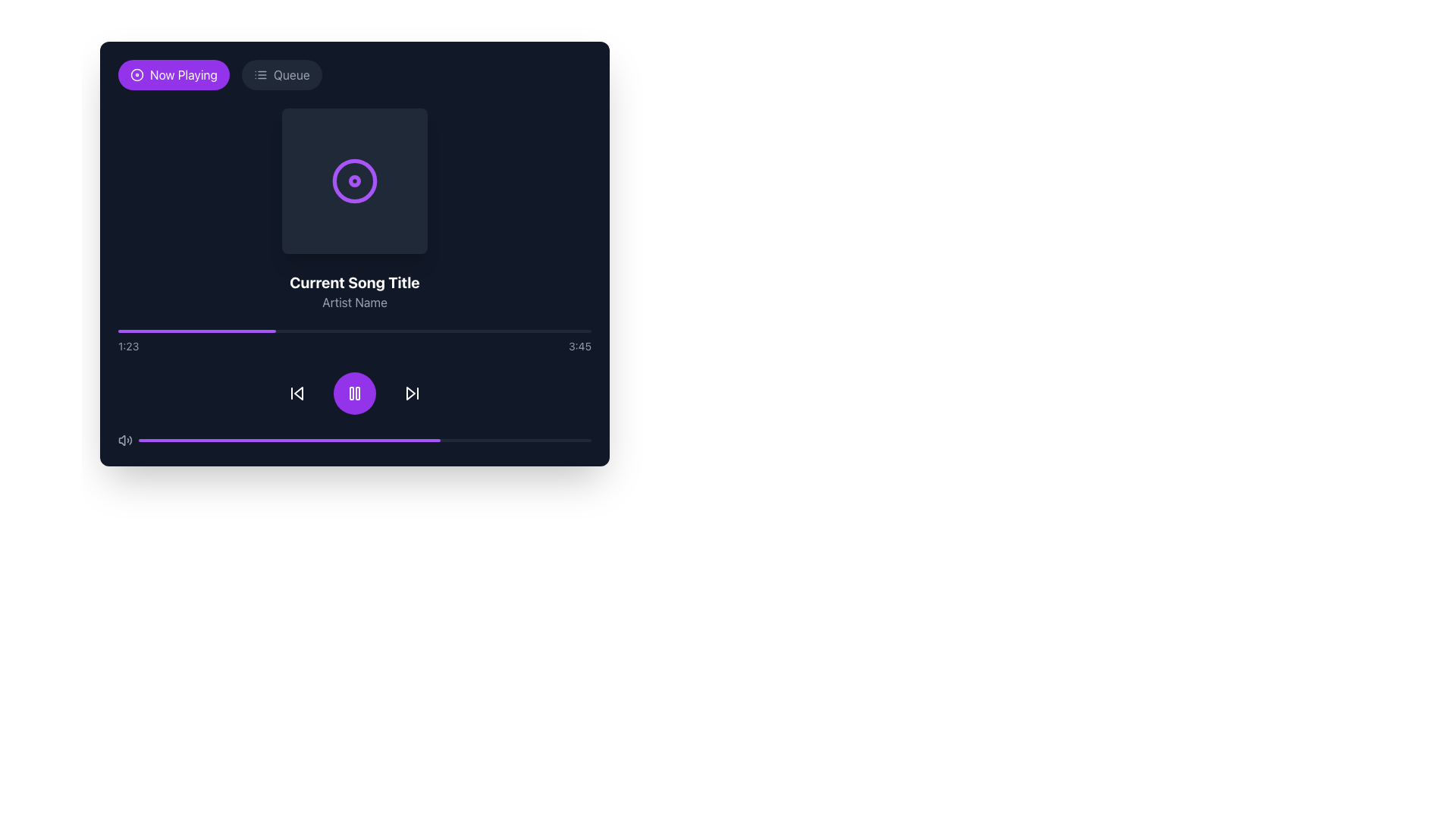 The height and width of the screenshot is (819, 1456). I want to click on the leftmost speaker icon in the bottom section of the interface, so click(125, 441).